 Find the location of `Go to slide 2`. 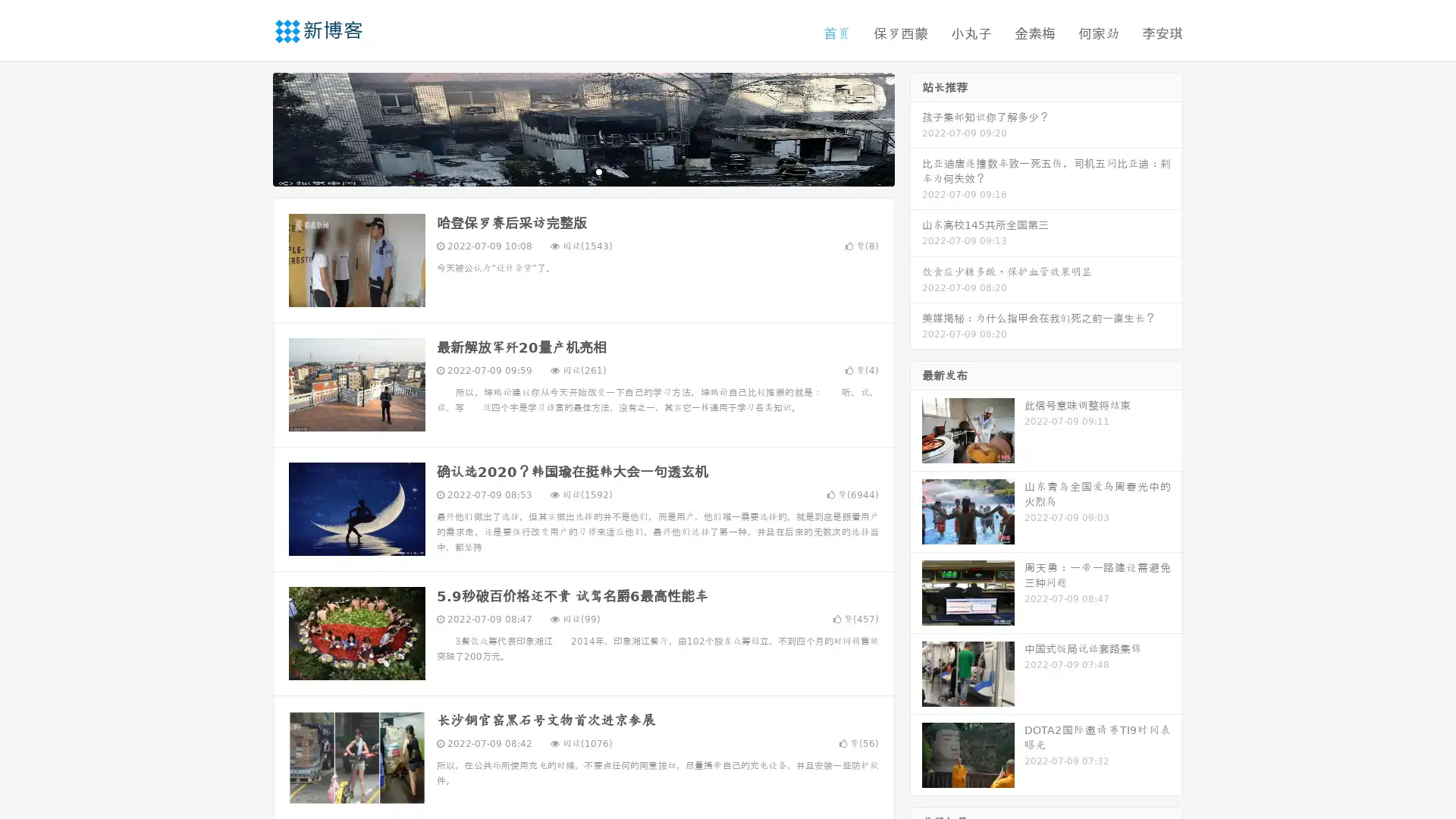

Go to slide 2 is located at coordinates (582, 171).